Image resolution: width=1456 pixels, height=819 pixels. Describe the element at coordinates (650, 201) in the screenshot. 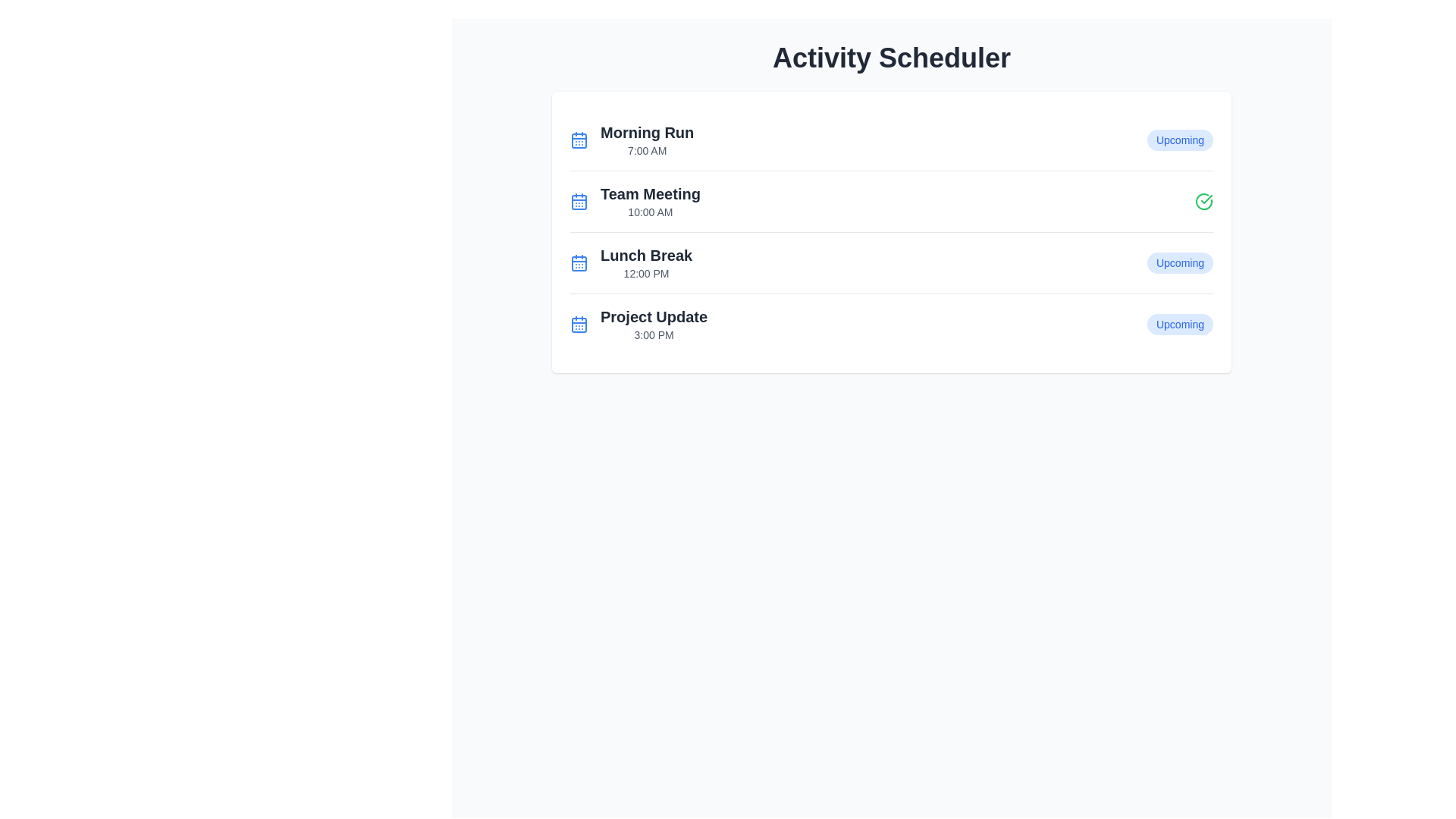

I see `text displayed on the 'Team Meeting' informational display, which shows the title in bold 'Team Meeting' and the time '10:00 AM' below it` at that location.